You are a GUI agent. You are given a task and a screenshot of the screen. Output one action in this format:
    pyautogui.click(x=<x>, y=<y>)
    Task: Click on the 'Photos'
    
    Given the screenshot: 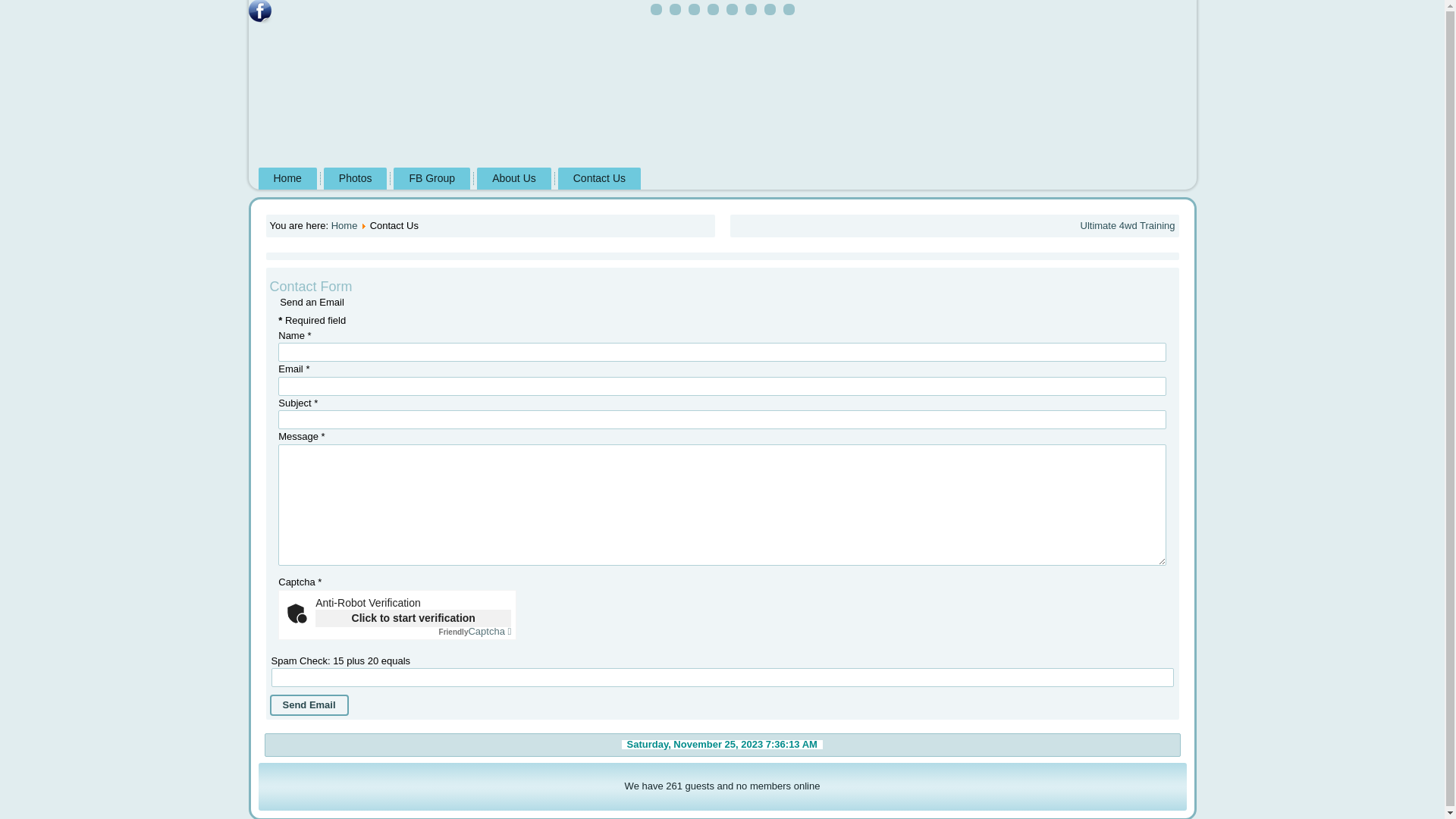 What is the action you would take?
    pyautogui.click(x=355, y=177)
    